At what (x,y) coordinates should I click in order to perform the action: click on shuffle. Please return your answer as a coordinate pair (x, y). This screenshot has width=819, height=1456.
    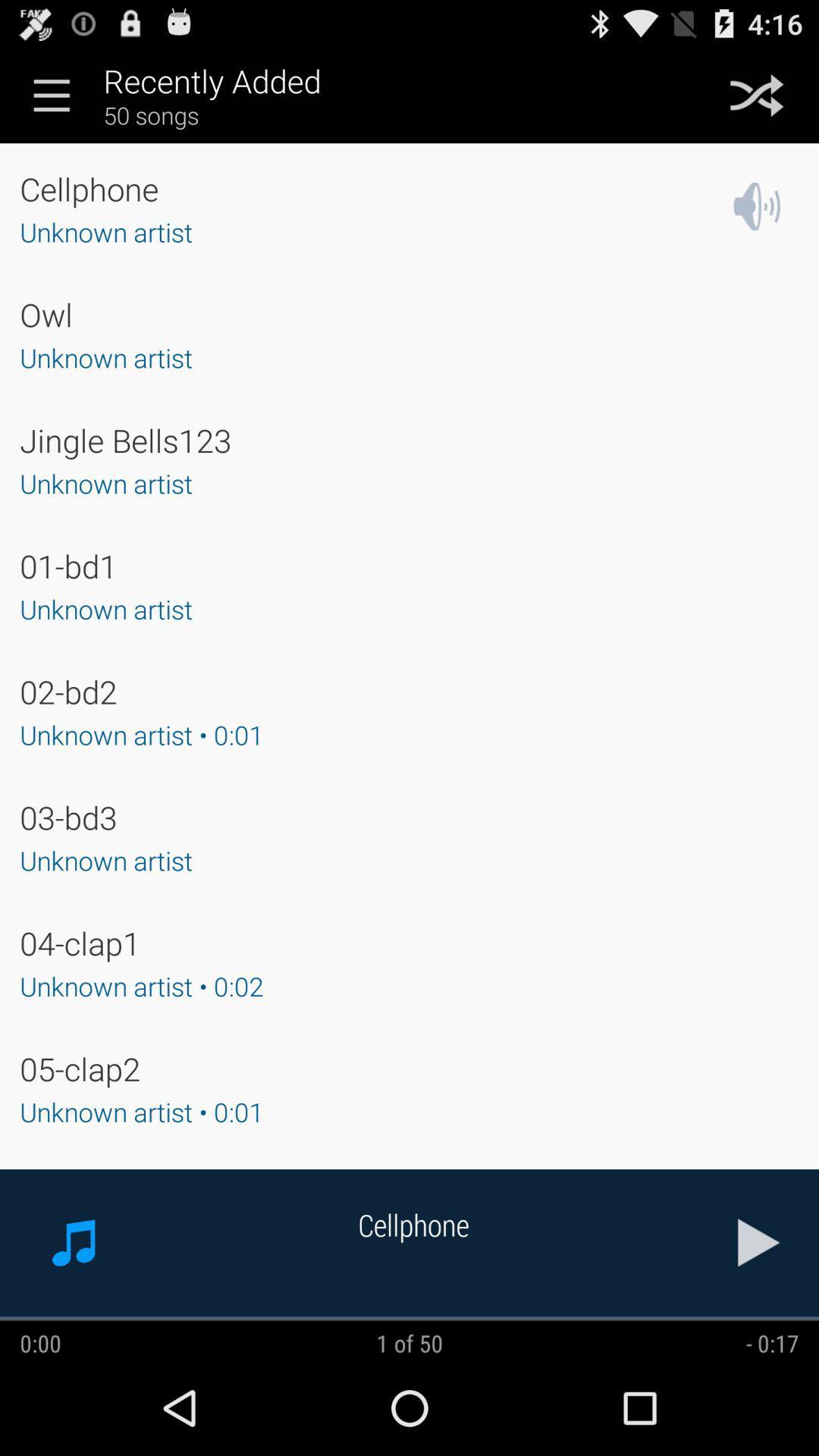
    Looking at the image, I should click on (757, 94).